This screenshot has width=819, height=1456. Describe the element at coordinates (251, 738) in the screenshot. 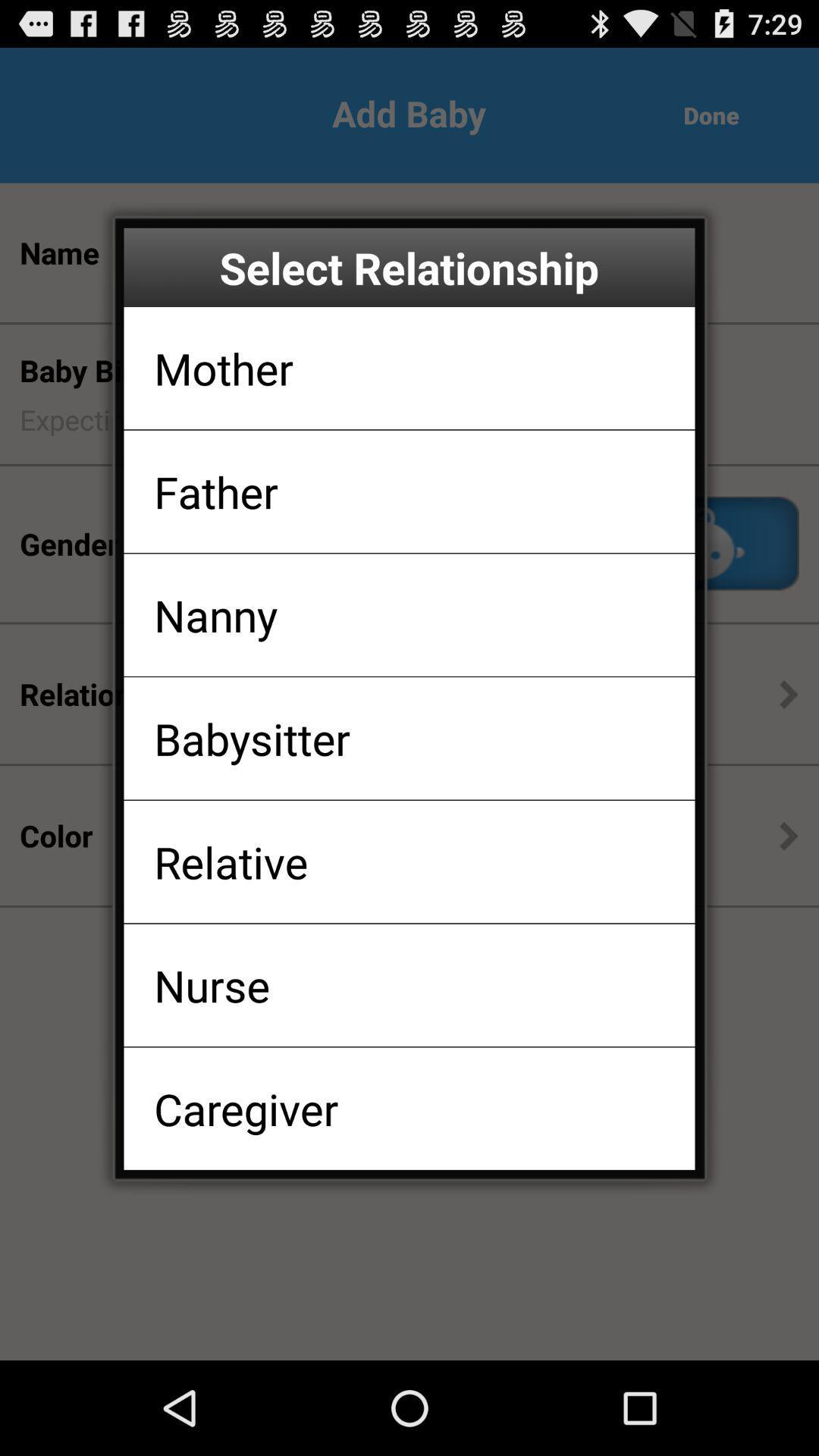

I see `icon below the nanny item` at that location.